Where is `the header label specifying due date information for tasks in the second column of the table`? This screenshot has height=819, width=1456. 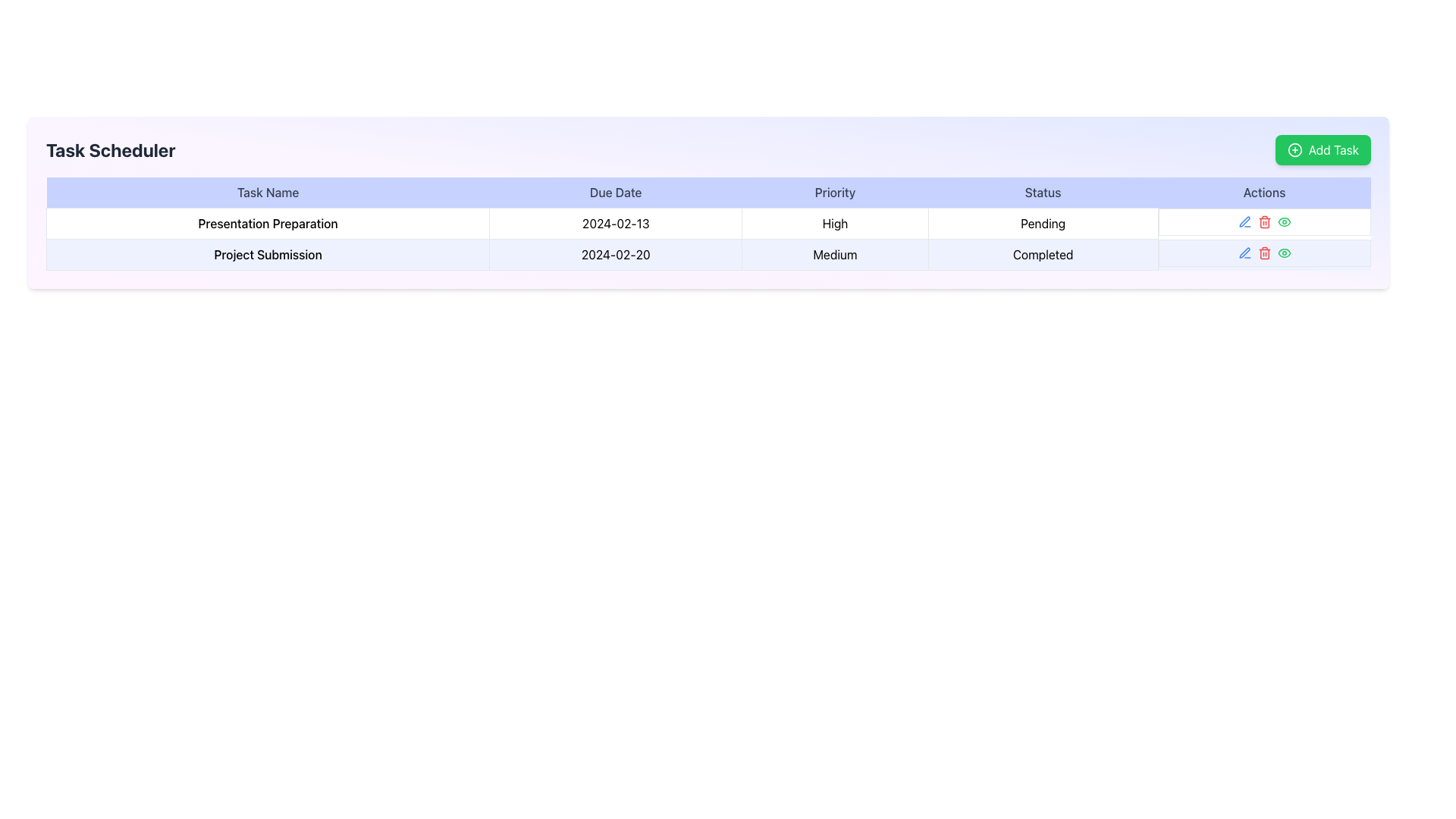 the header label specifying due date information for tasks in the second column of the table is located at coordinates (616, 192).